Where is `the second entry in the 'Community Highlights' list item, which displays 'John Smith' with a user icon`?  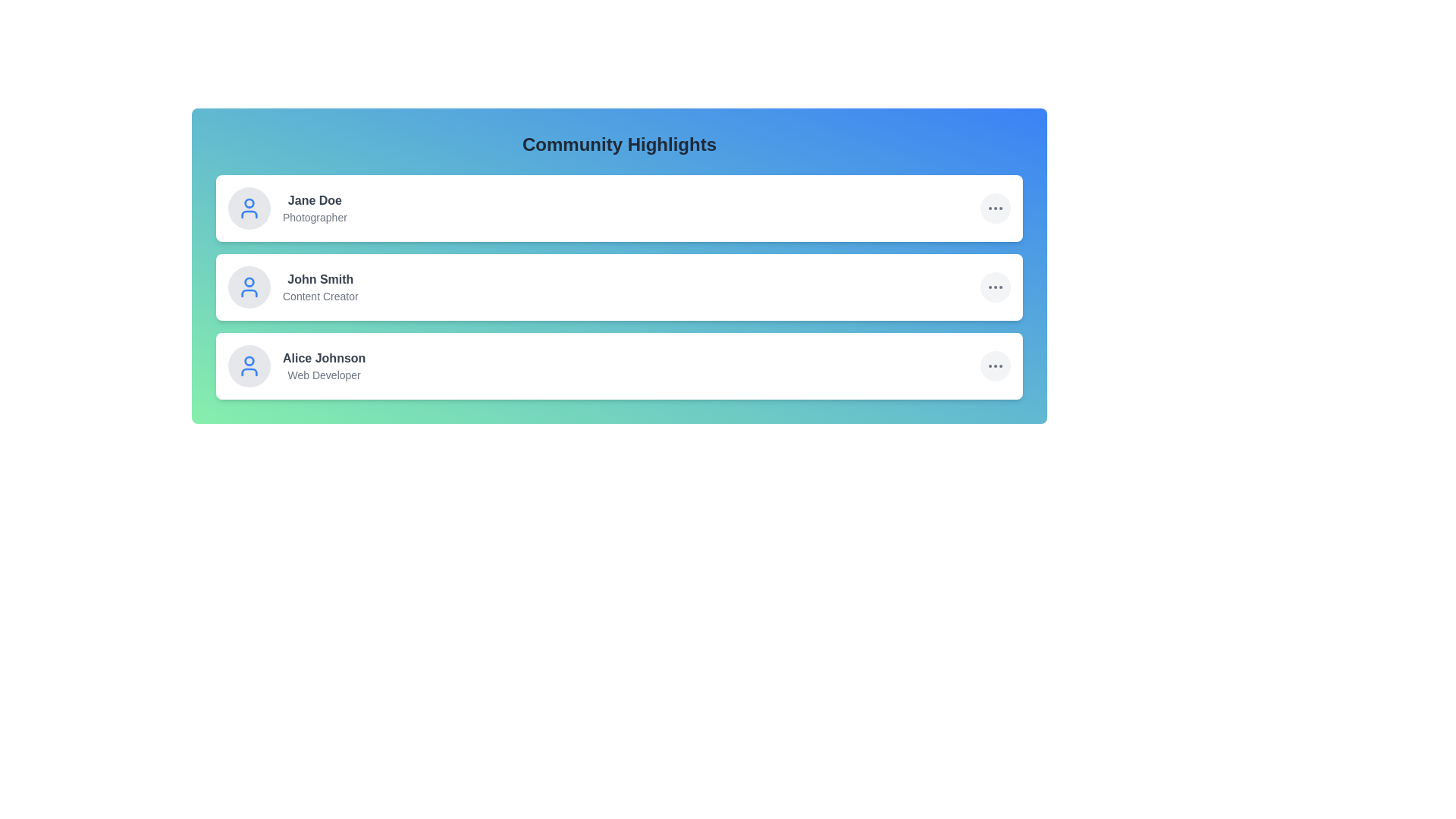 the second entry in the 'Community Highlights' list item, which displays 'John Smith' with a user icon is located at coordinates (293, 287).